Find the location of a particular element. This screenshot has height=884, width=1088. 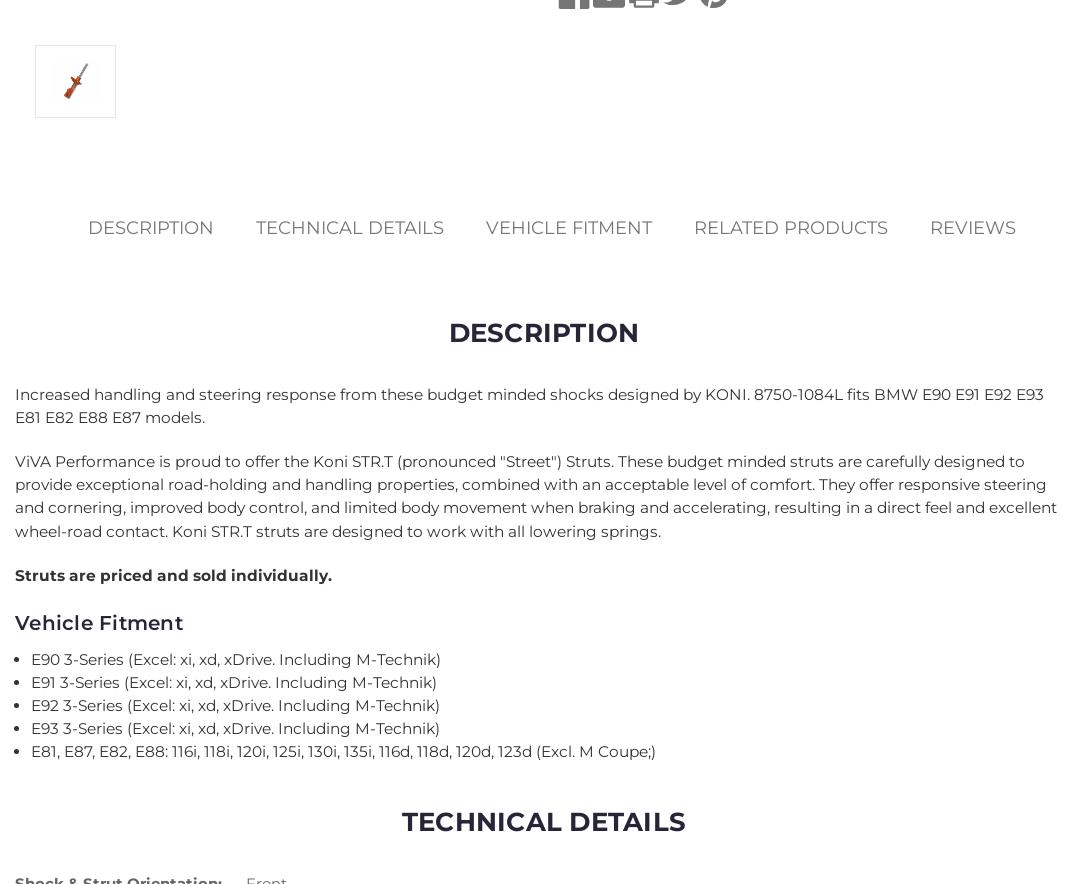

'REVIEWS' is located at coordinates (971, 227).